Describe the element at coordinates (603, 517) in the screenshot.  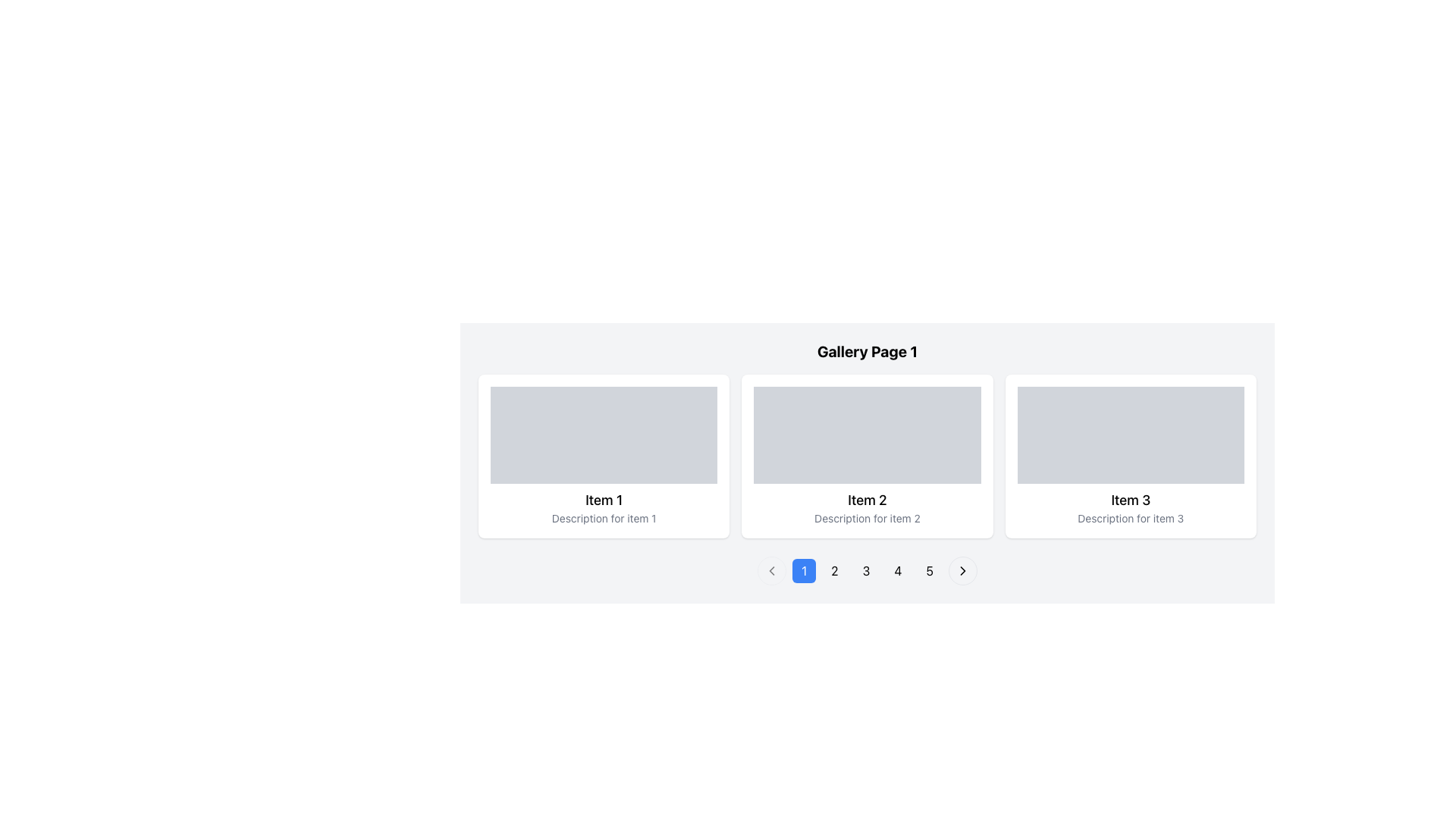
I see `the Text Label that provides a brief description for the item denoted in the heading 'Item 1', which is located at the bottom of the first card on the left-most side of the interface` at that location.